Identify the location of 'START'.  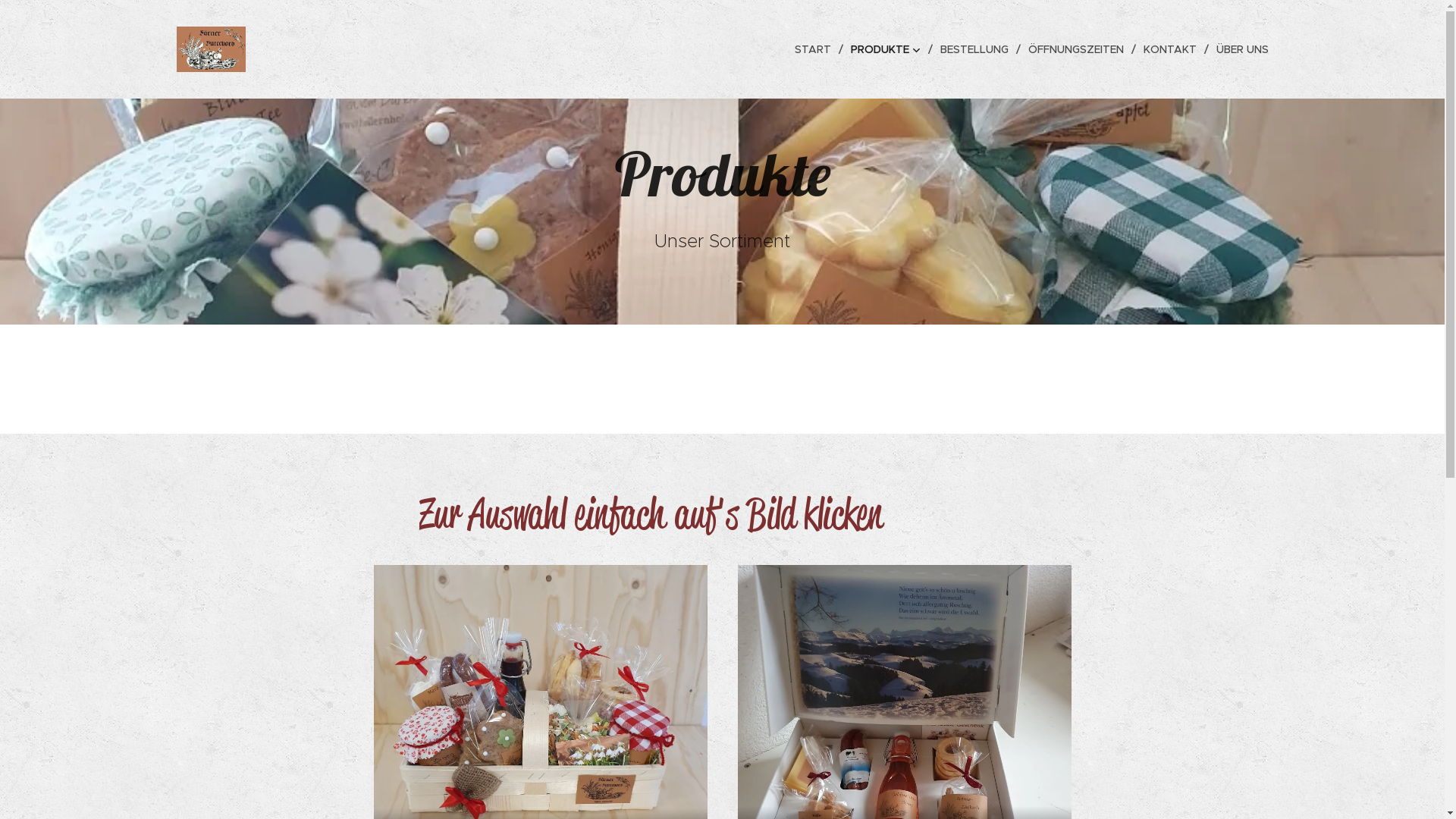
(789, 49).